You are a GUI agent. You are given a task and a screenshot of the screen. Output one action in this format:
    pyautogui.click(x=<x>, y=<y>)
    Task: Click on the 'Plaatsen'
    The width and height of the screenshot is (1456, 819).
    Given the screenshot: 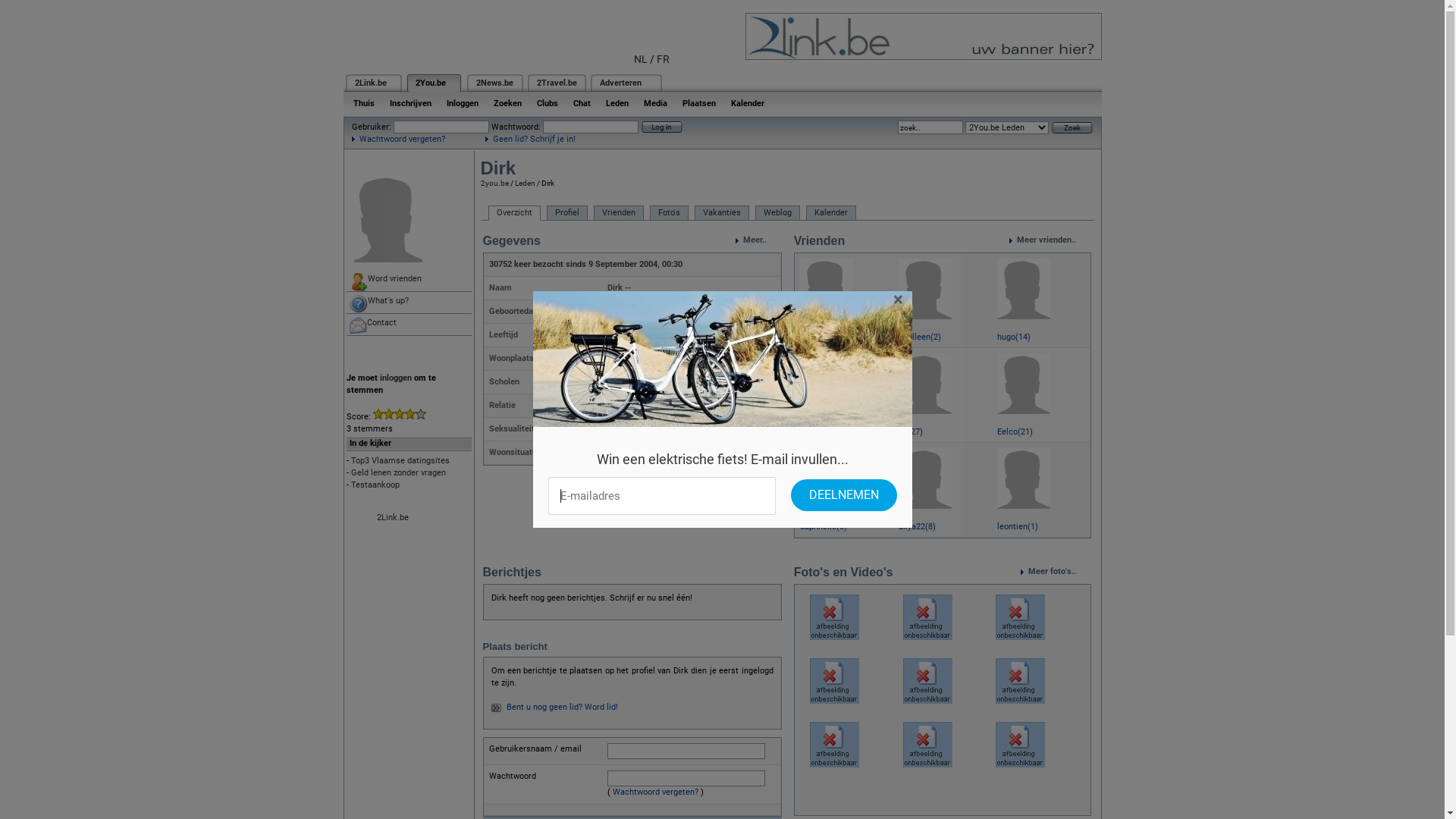 What is the action you would take?
    pyautogui.click(x=698, y=102)
    